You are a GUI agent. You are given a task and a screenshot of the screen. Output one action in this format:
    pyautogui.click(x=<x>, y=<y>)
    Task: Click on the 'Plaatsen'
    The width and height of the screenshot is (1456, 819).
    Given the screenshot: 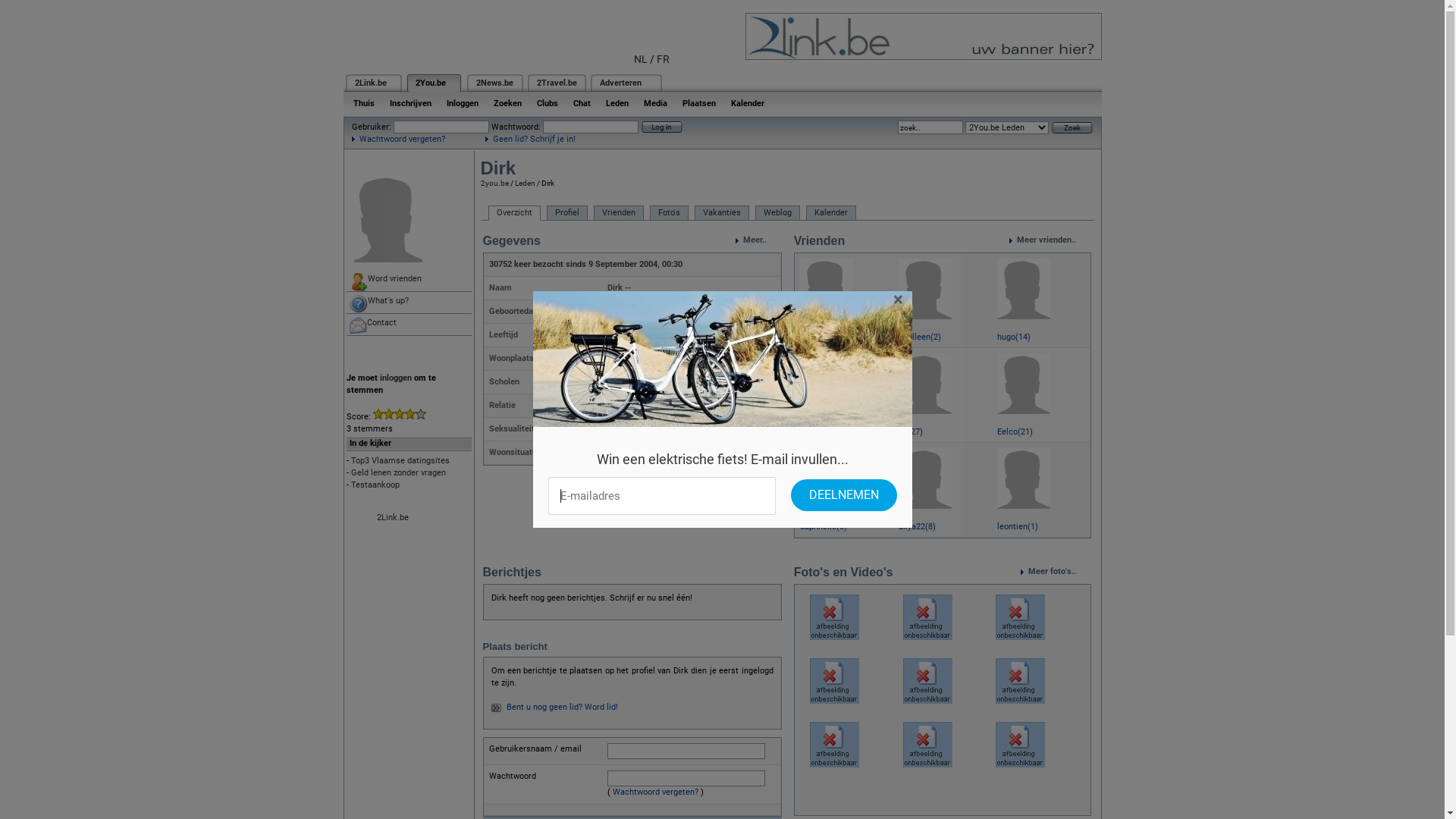 What is the action you would take?
    pyautogui.click(x=698, y=102)
    